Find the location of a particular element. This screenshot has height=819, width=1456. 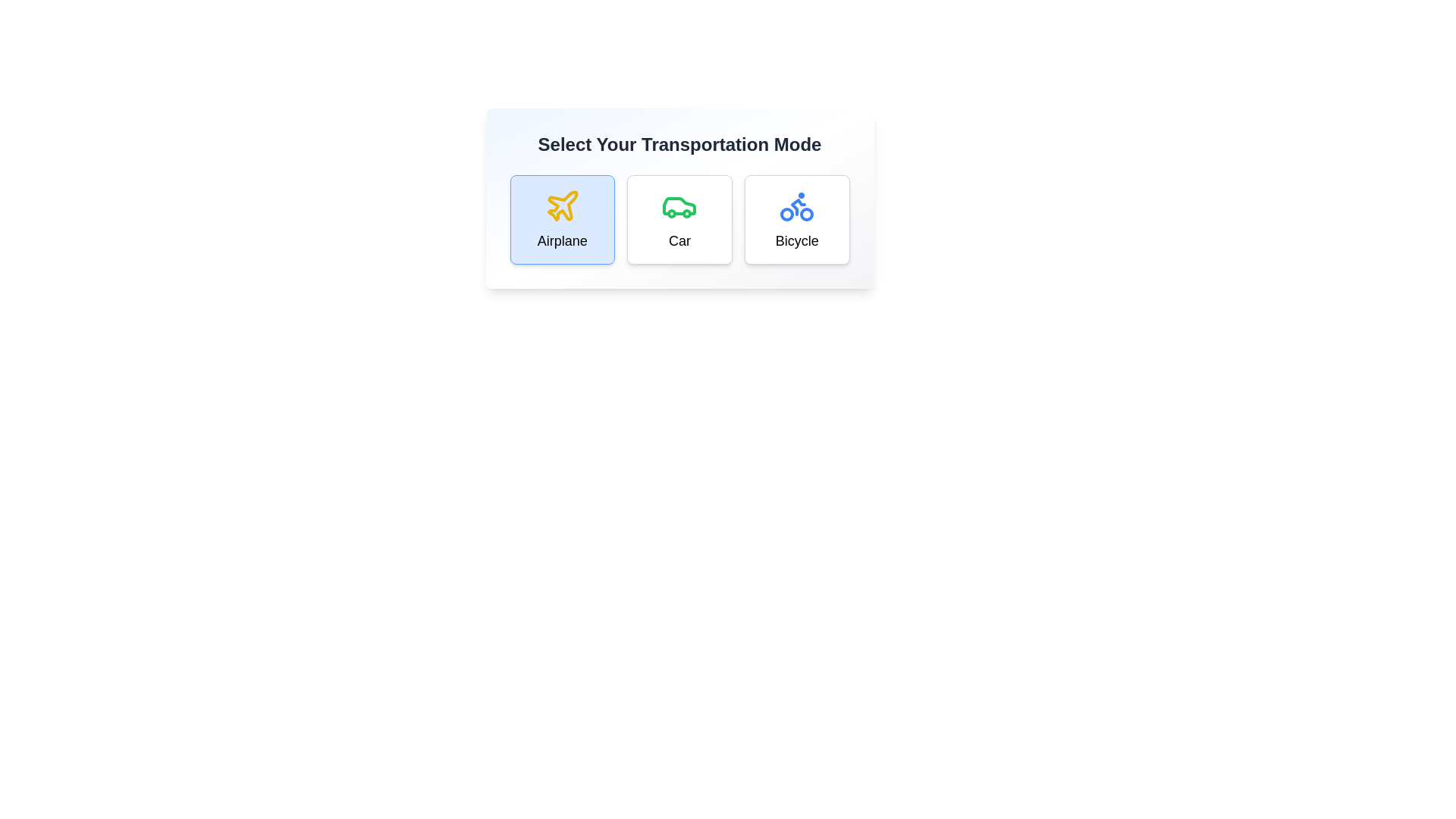

text label for the 'Airplane' selection option, which is positioned below the airplane icon in the transportation mode selection interface is located at coordinates (561, 240).